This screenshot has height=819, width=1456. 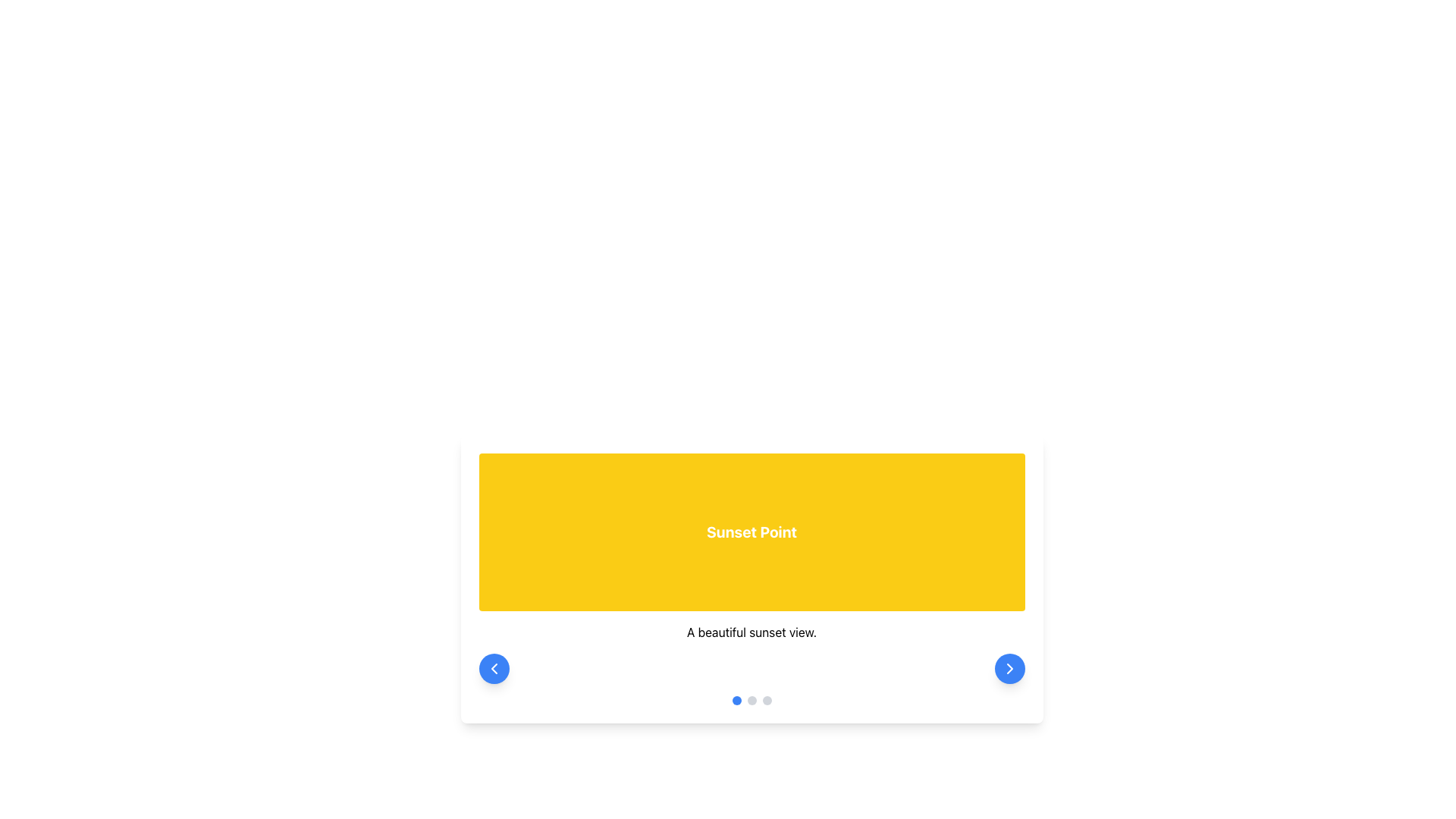 What do you see at coordinates (752, 701) in the screenshot?
I see `the second Navigation Dot button` at bounding box center [752, 701].